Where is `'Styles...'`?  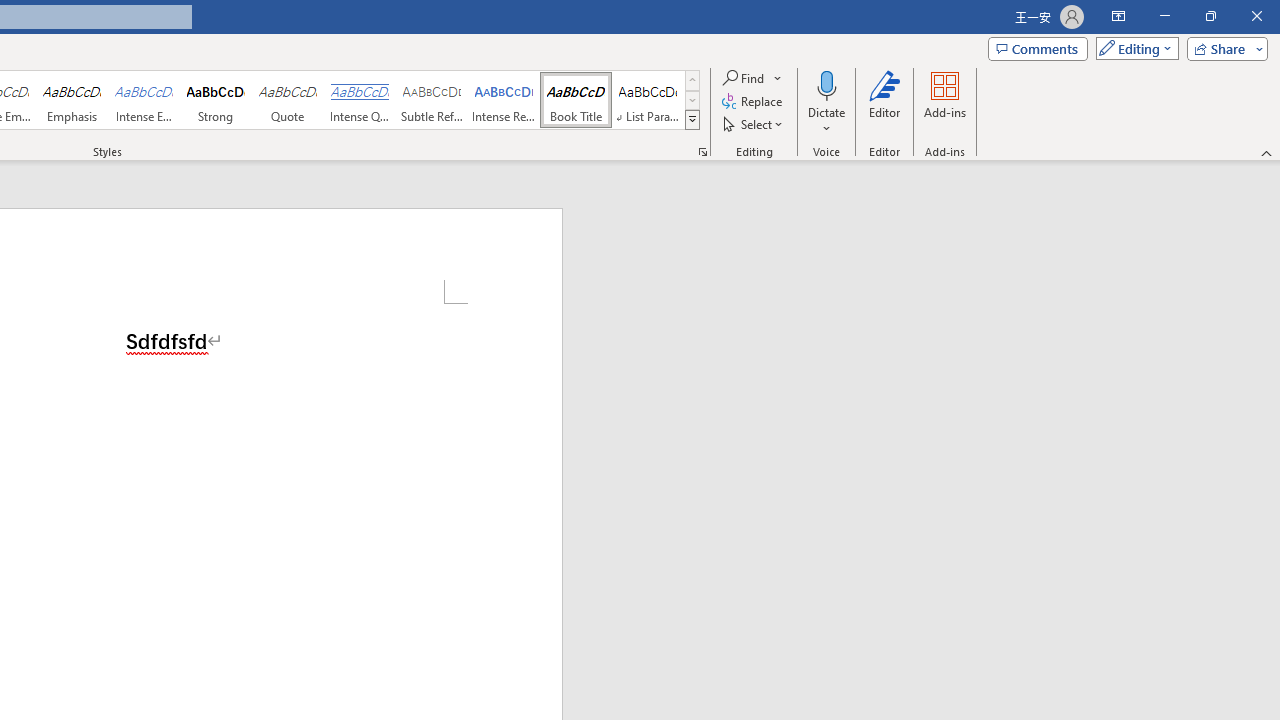 'Styles...' is located at coordinates (702, 150).